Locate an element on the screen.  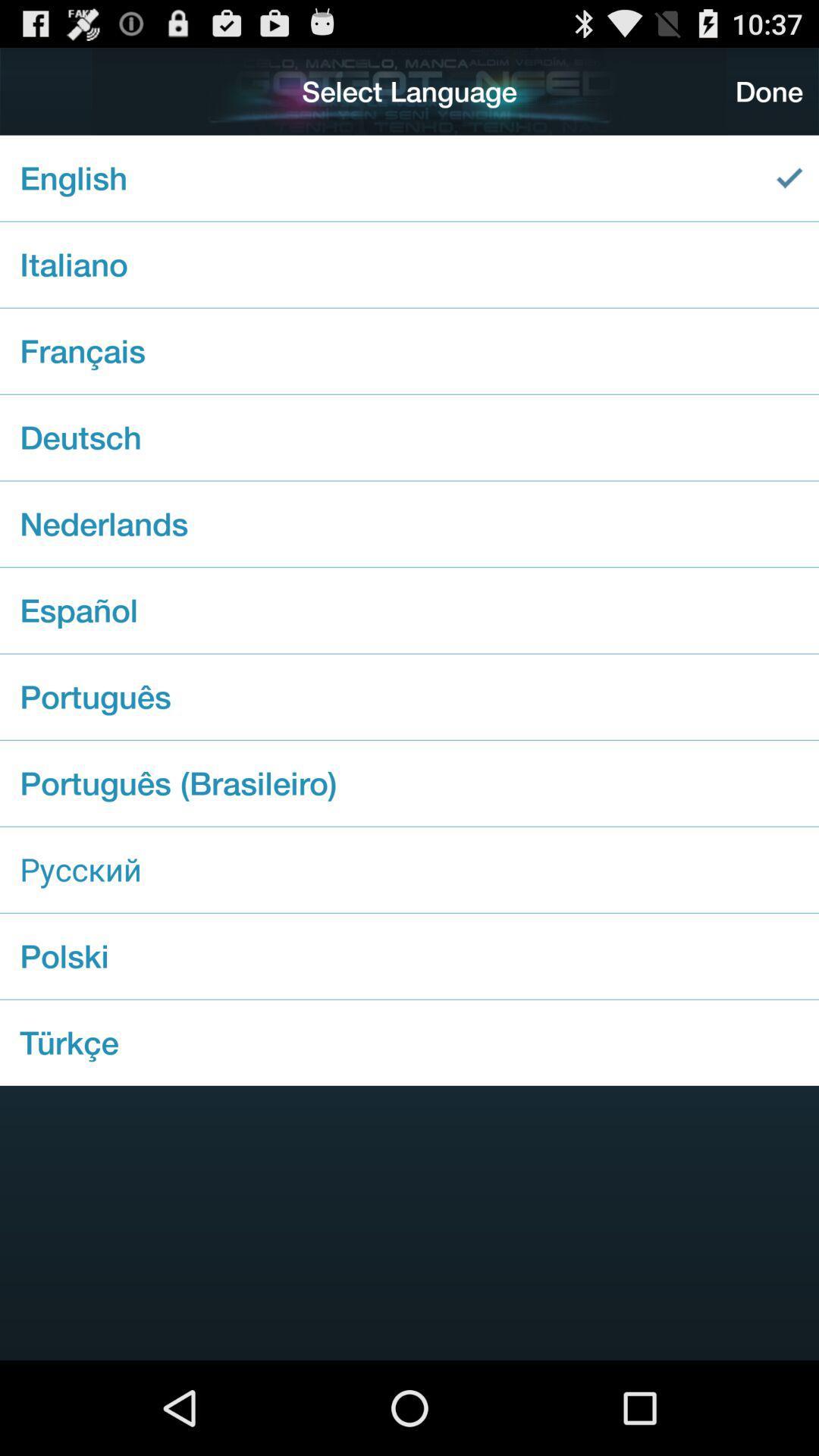
done icon is located at coordinates (769, 90).